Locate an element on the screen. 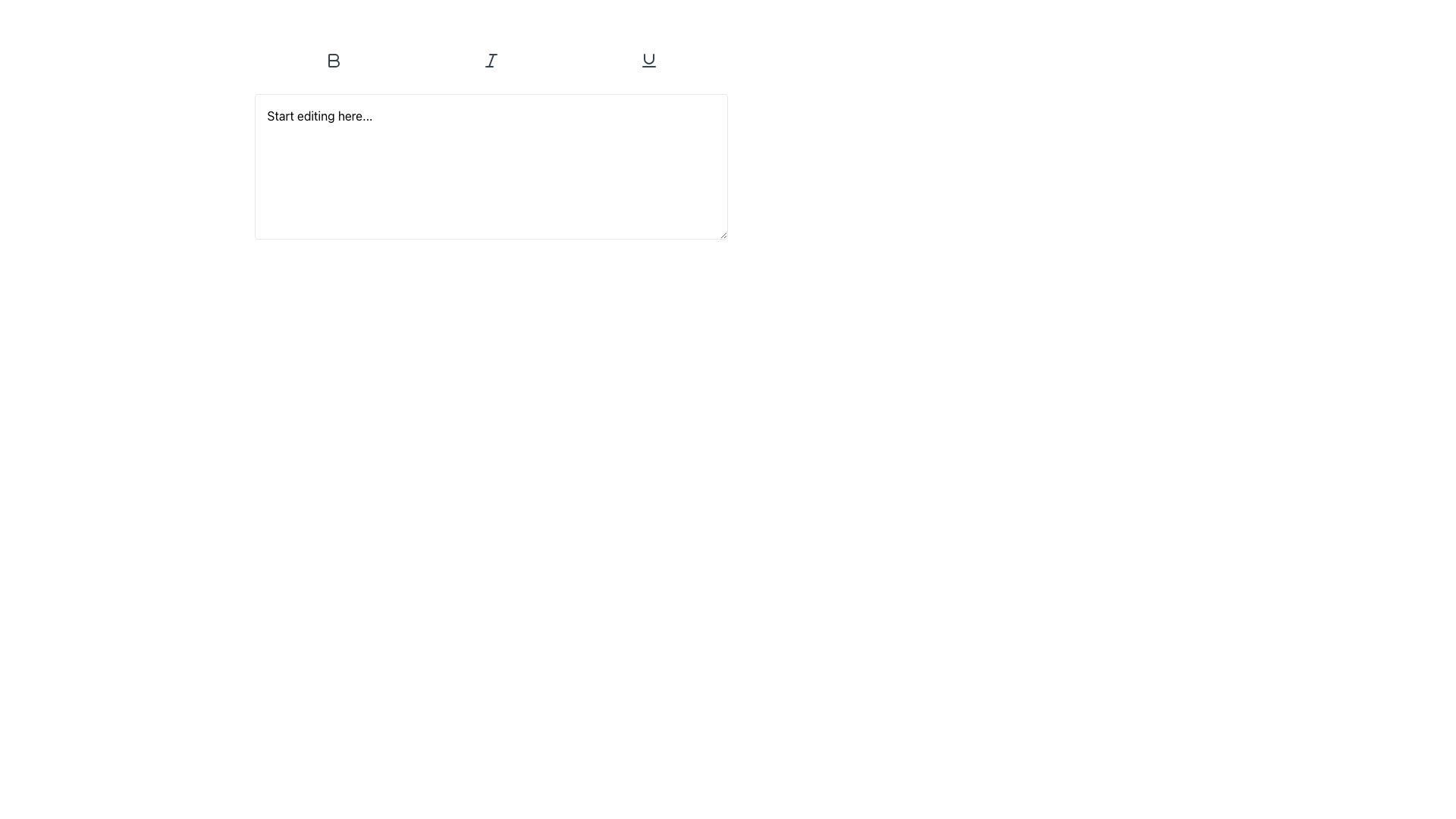 The width and height of the screenshot is (1456, 819). the middle icon for italicizing text formatting, which is positioned between the bold 'B' icon and the underlined 'U' icon is located at coordinates (491, 60).